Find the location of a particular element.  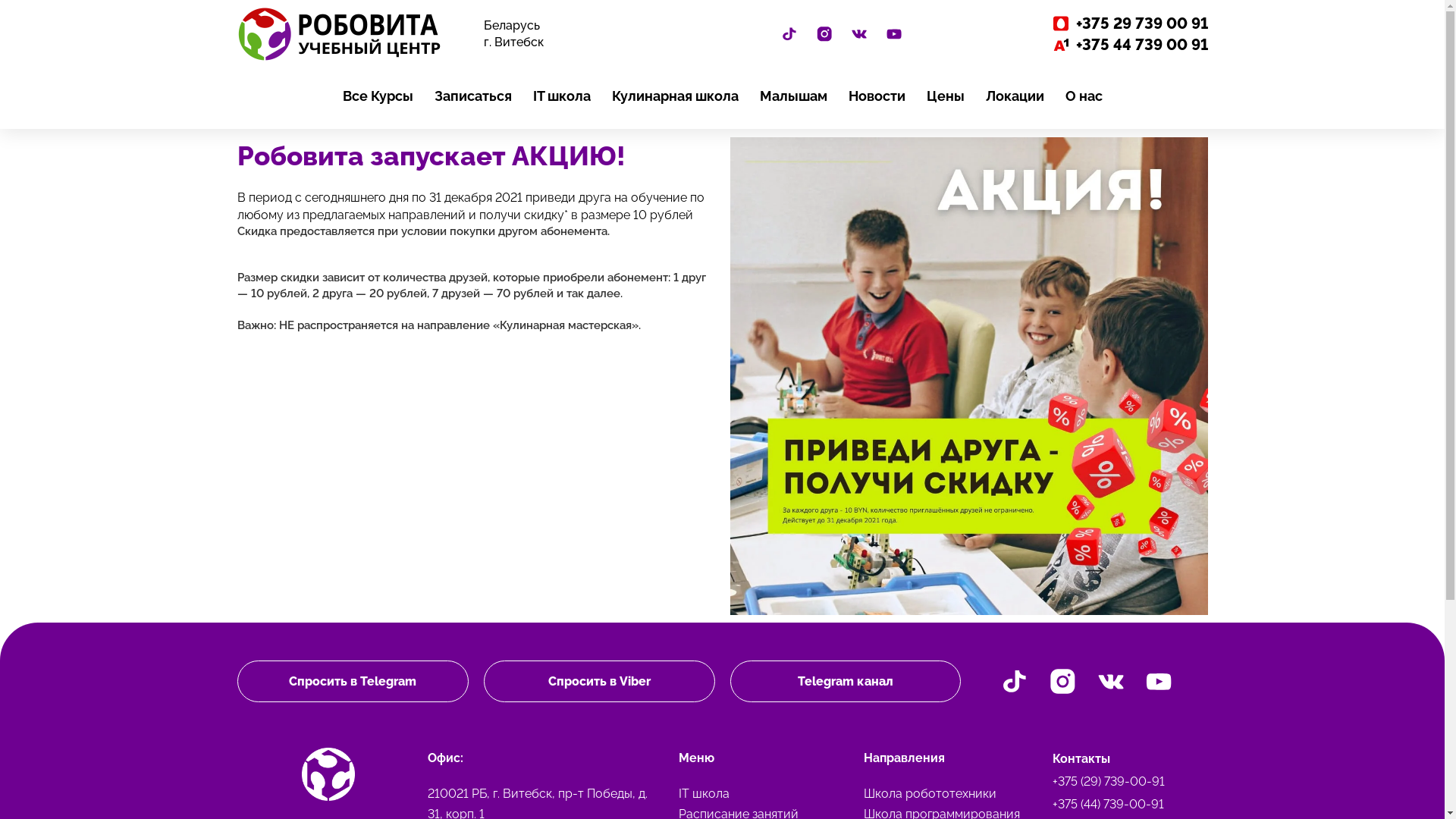

'+375 (29) 739-00-91' is located at coordinates (1125, 781).